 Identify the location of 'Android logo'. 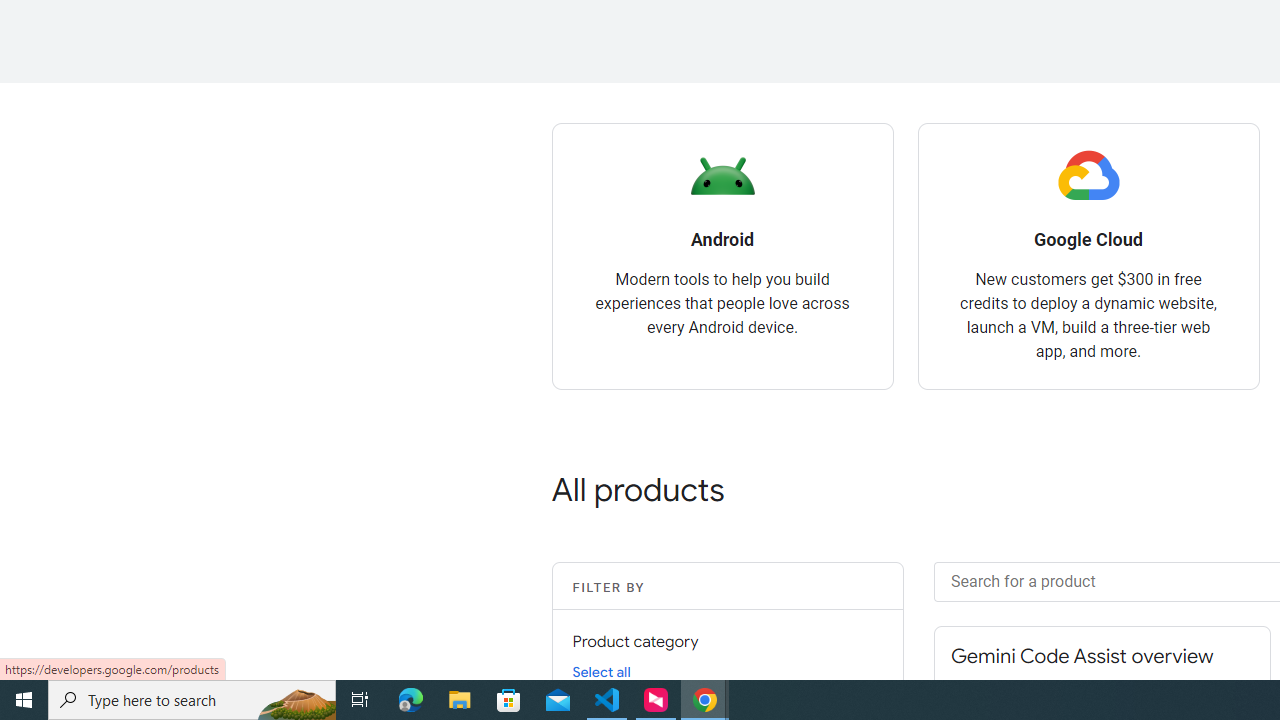
(721, 175).